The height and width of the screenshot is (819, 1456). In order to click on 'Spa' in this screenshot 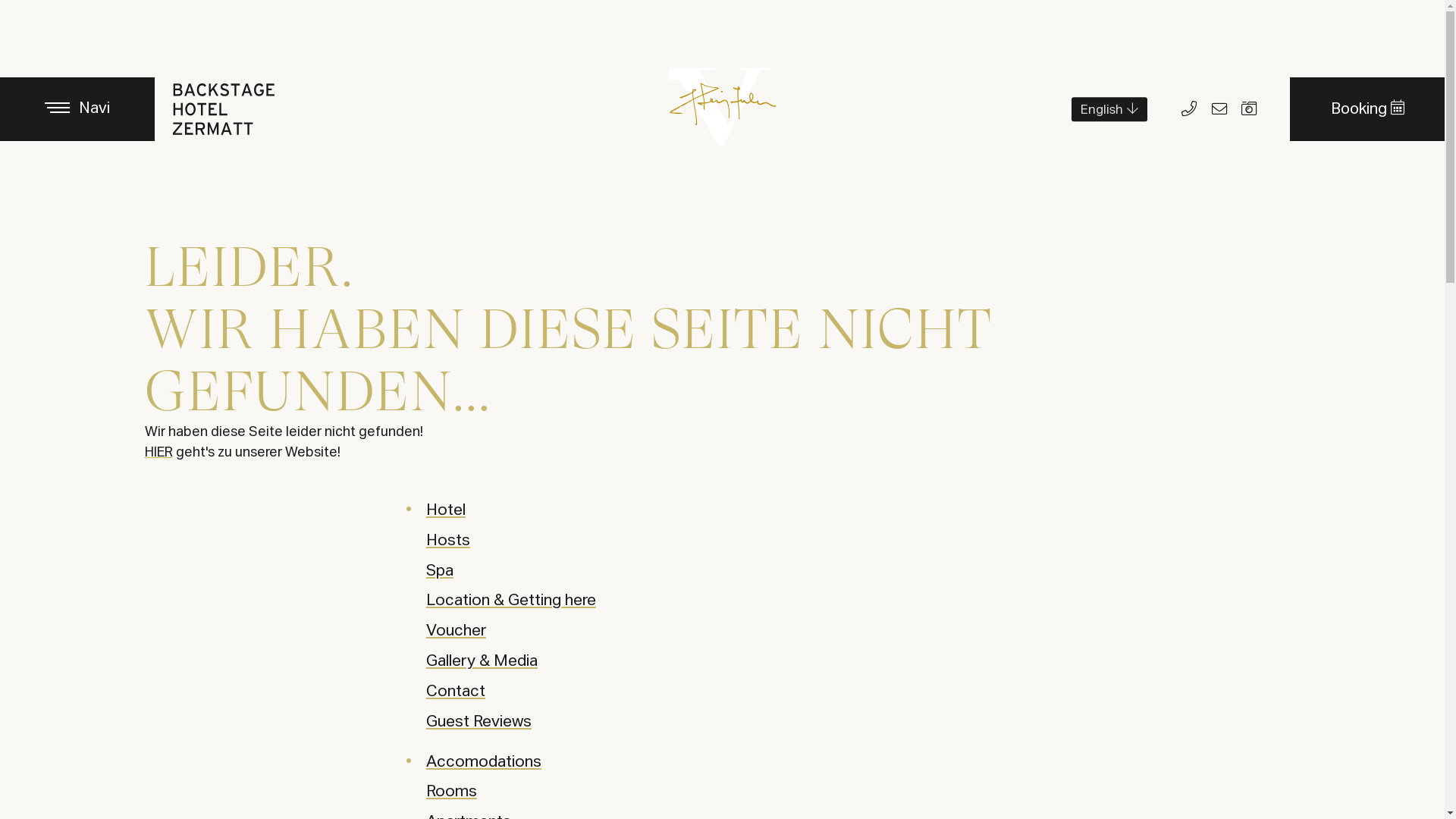, I will do `click(439, 571)`.